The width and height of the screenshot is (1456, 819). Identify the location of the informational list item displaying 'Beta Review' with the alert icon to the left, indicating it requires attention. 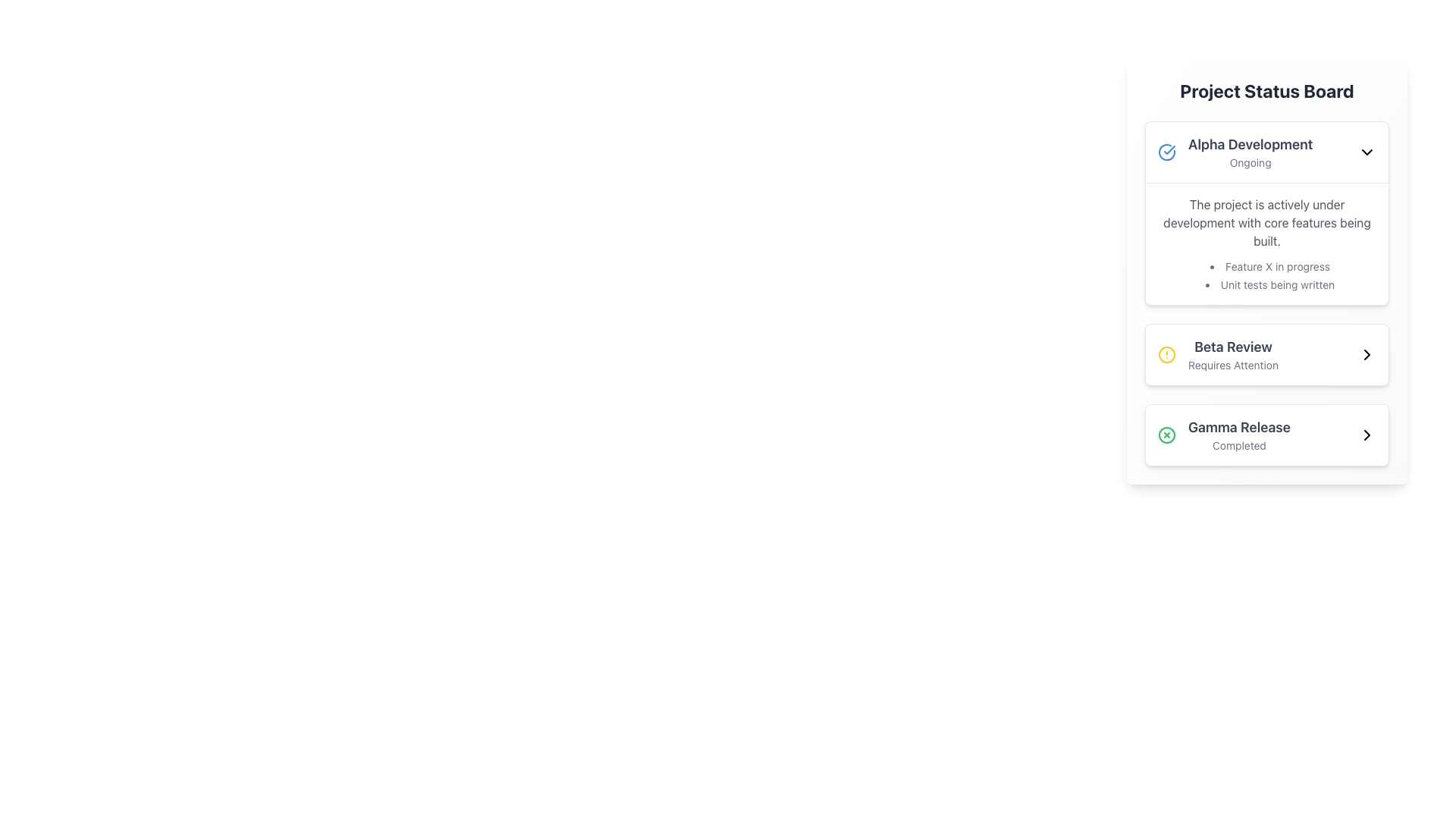
(1218, 354).